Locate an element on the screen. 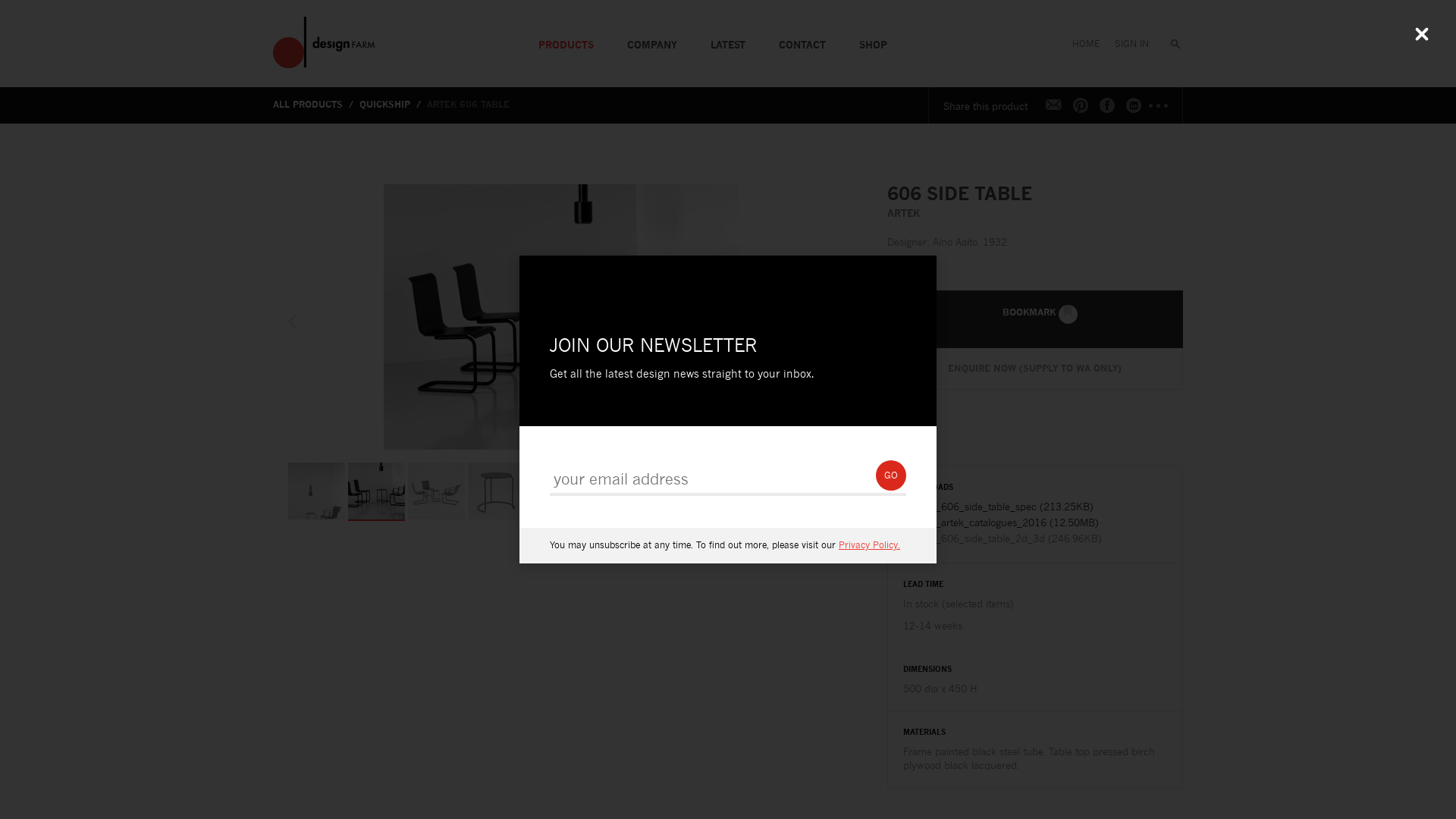 This screenshot has width=1456, height=819. 'ALL PRODUCTS' is located at coordinates (313, 103).